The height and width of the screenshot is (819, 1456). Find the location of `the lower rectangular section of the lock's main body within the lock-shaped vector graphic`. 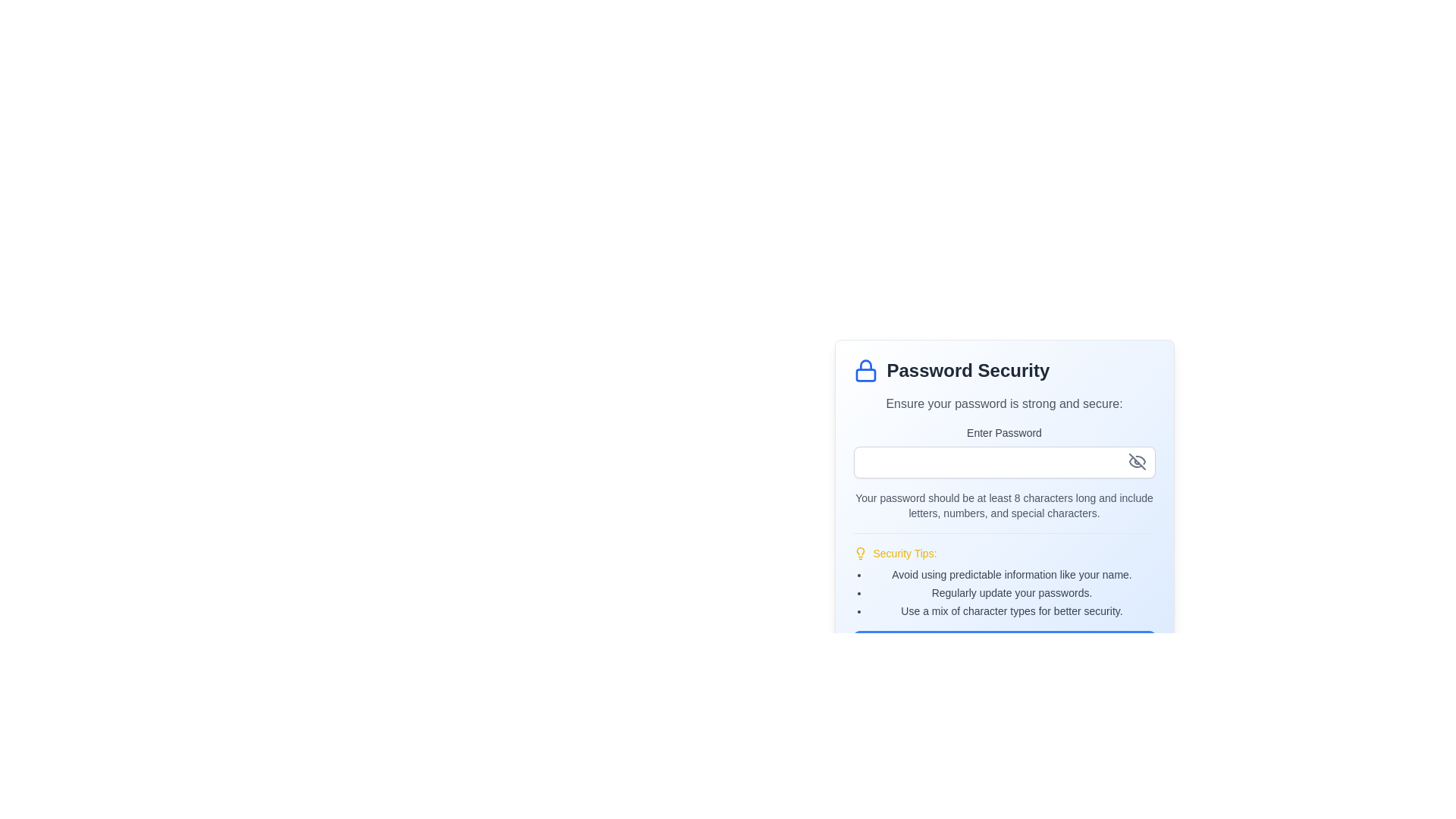

the lower rectangular section of the lock's main body within the lock-shaped vector graphic is located at coordinates (865, 375).